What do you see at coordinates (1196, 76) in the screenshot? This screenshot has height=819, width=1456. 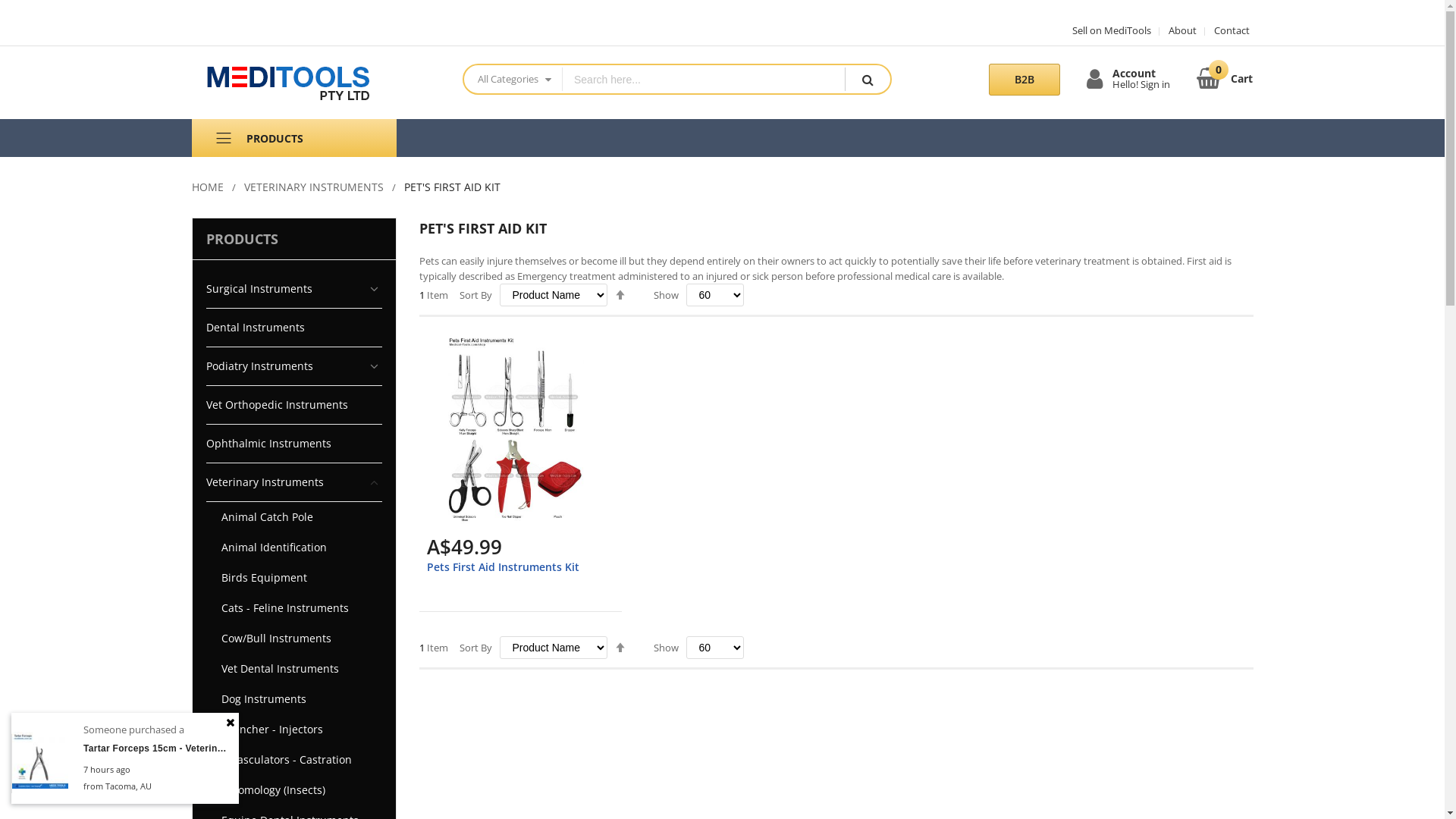 I see `'Cart'` at bounding box center [1196, 76].